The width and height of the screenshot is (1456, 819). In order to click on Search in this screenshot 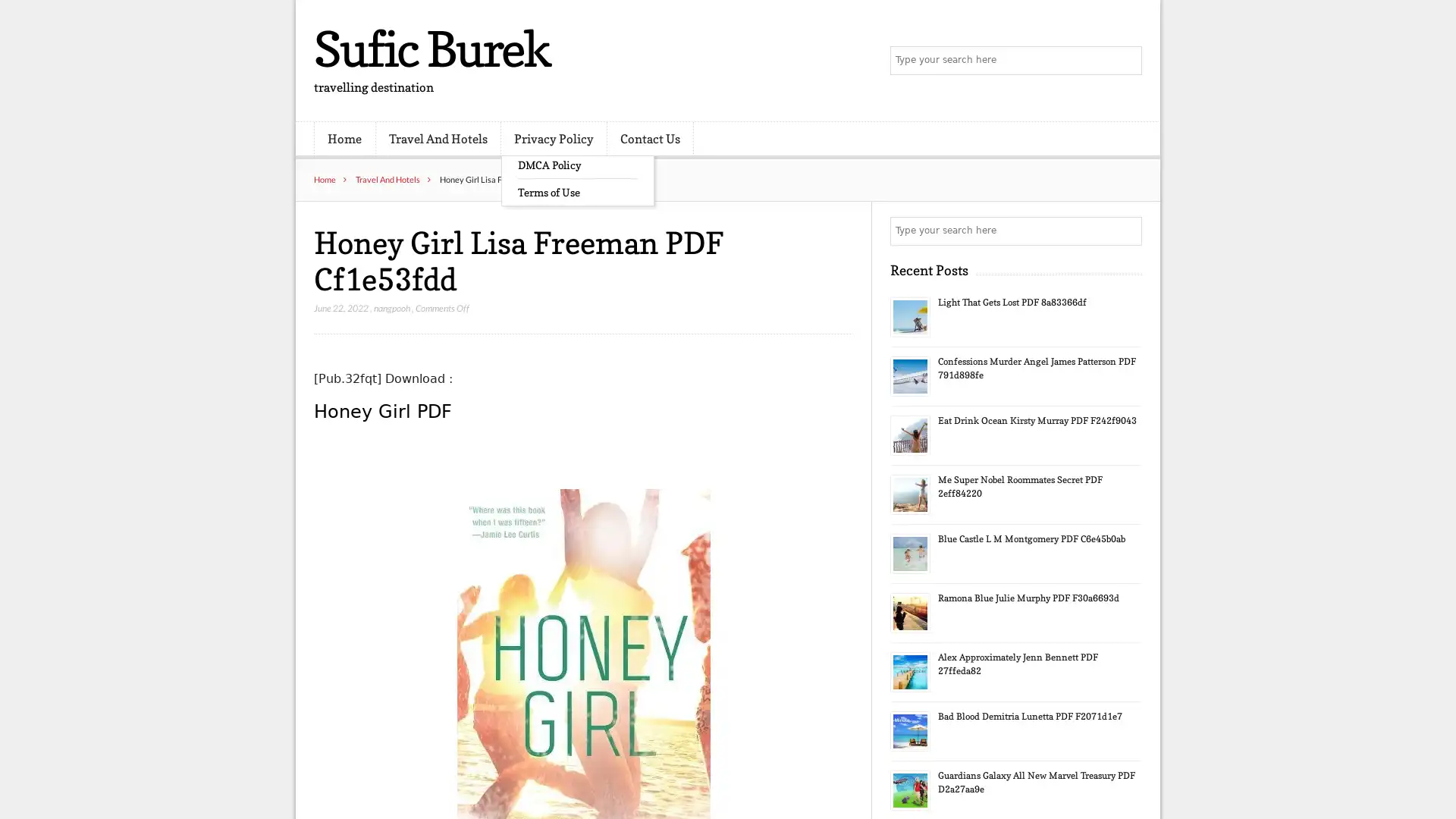, I will do `click(1126, 61)`.